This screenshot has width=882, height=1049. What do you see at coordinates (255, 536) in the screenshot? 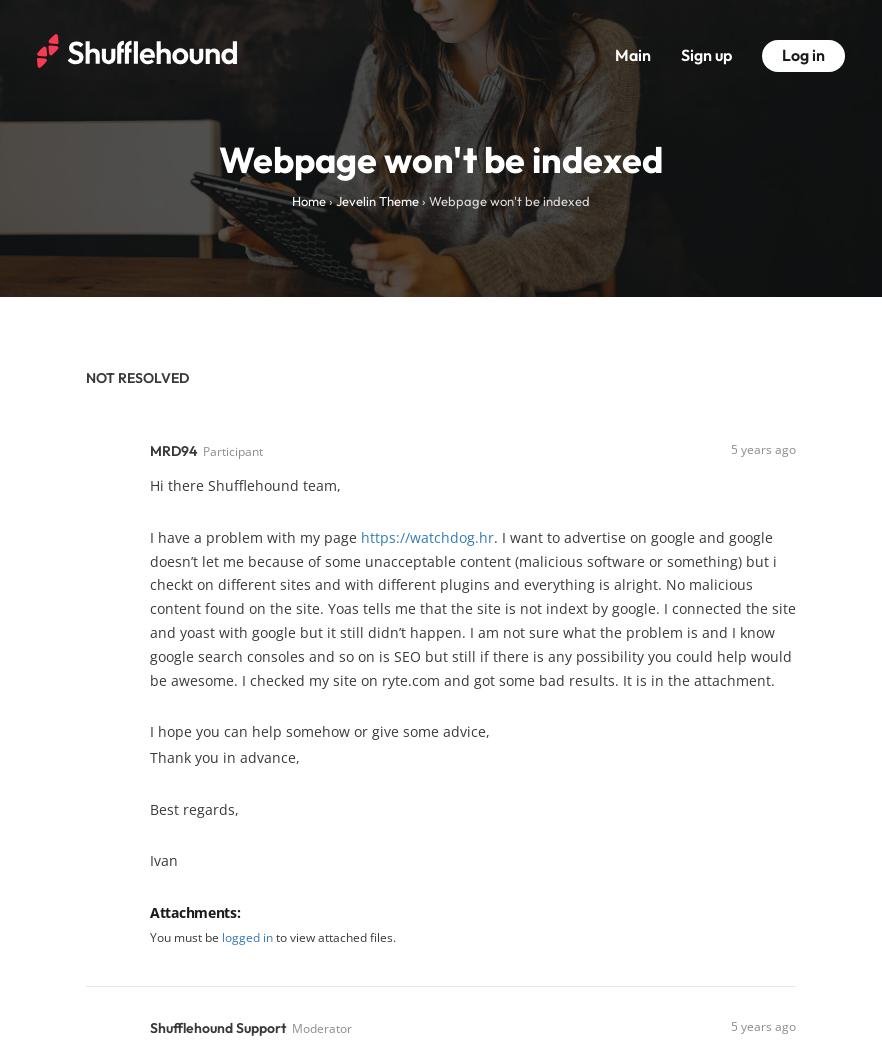
I see `'I have a problem with my page'` at bounding box center [255, 536].